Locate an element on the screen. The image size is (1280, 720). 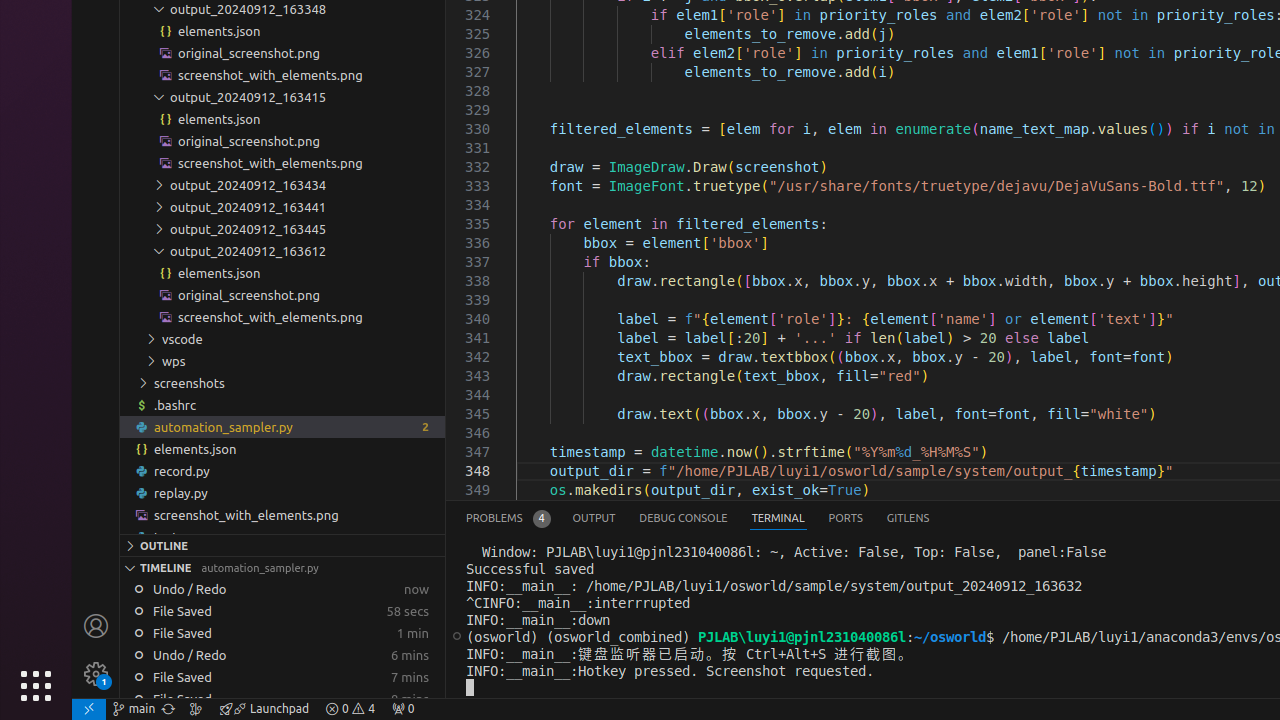
'output_20240912_163441' is located at coordinates (281, 206).